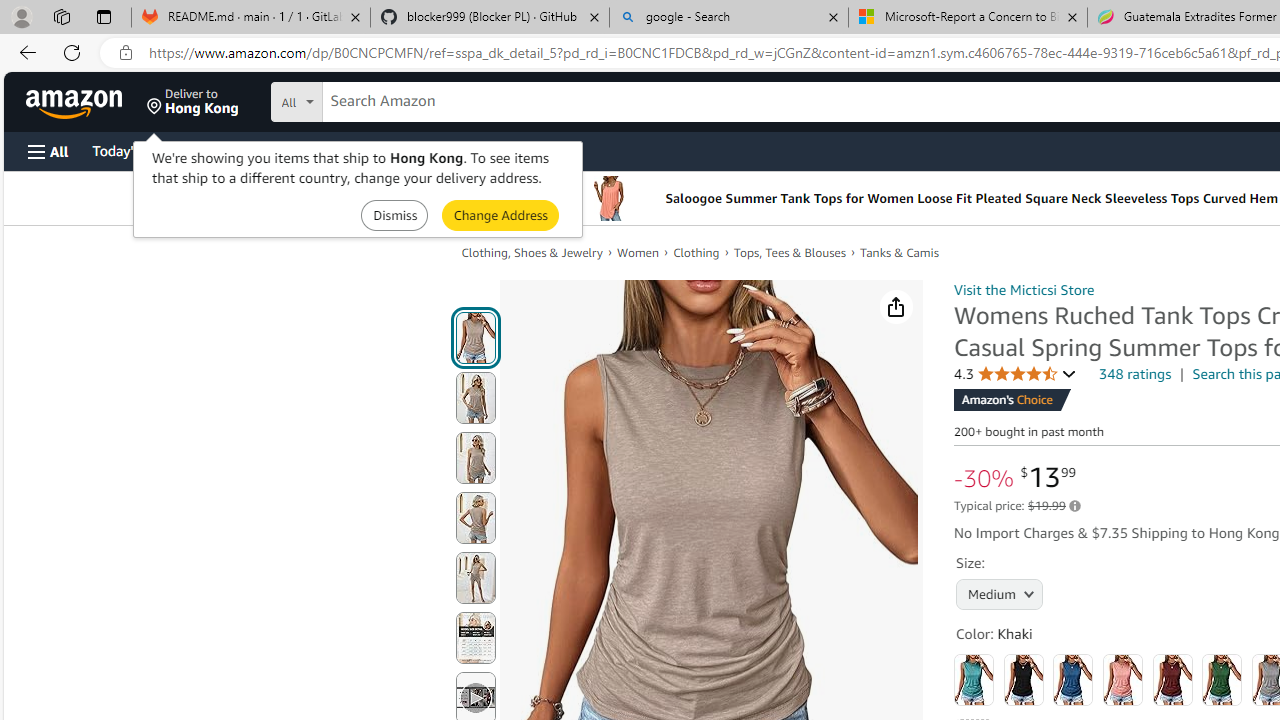 The width and height of the screenshot is (1280, 720). I want to click on 'Tops, Tees & Blouses', so click(788, 252).